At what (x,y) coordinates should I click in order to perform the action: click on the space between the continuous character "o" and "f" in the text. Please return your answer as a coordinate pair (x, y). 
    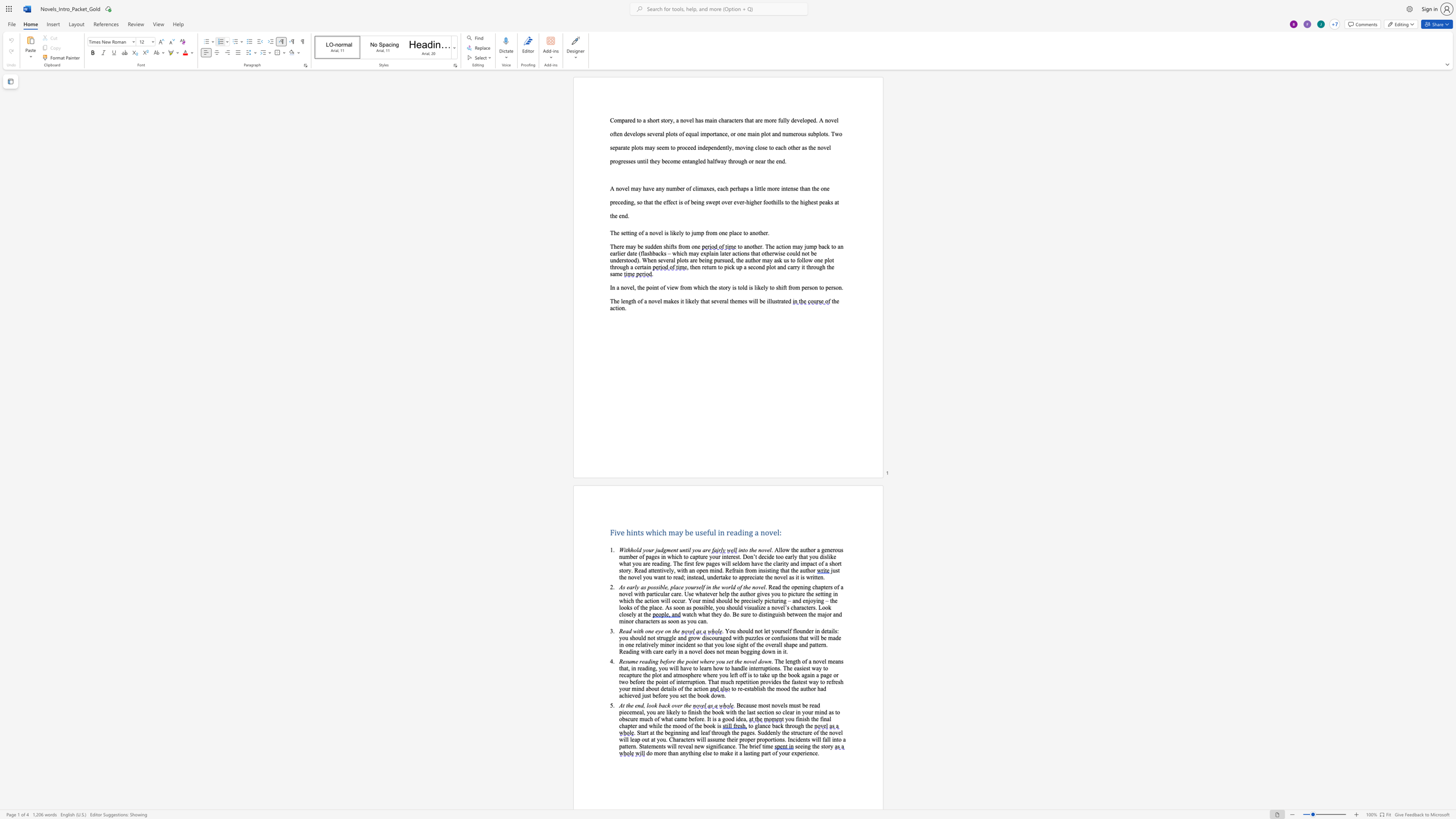
    Looking at the image, I should click on (681, 688).